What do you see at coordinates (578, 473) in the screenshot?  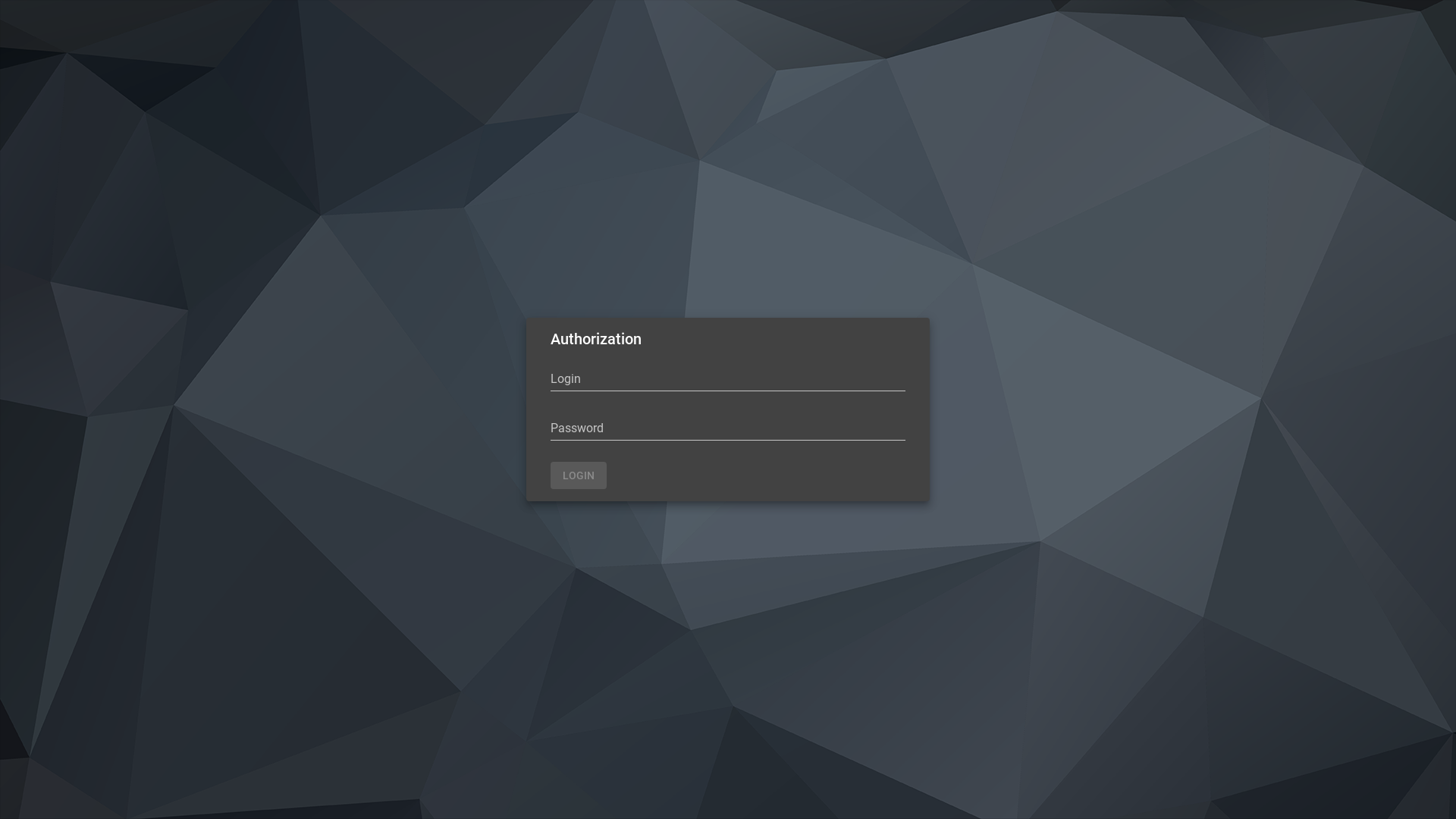 I see `'LOGIN'` at bounding box center [578, 473].